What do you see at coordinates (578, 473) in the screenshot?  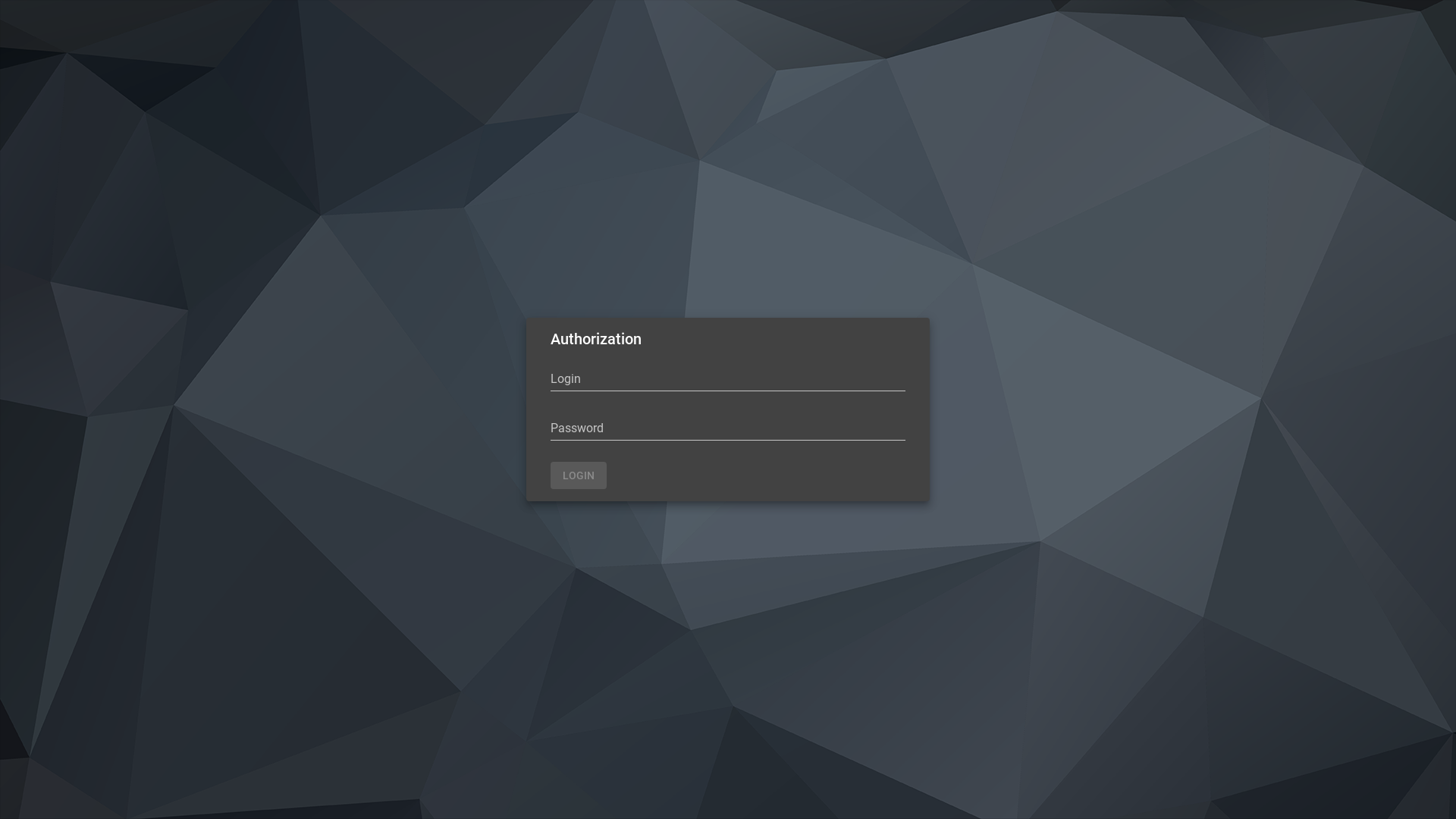 I see `'LOGIN'` at bounding box center [578, 473].